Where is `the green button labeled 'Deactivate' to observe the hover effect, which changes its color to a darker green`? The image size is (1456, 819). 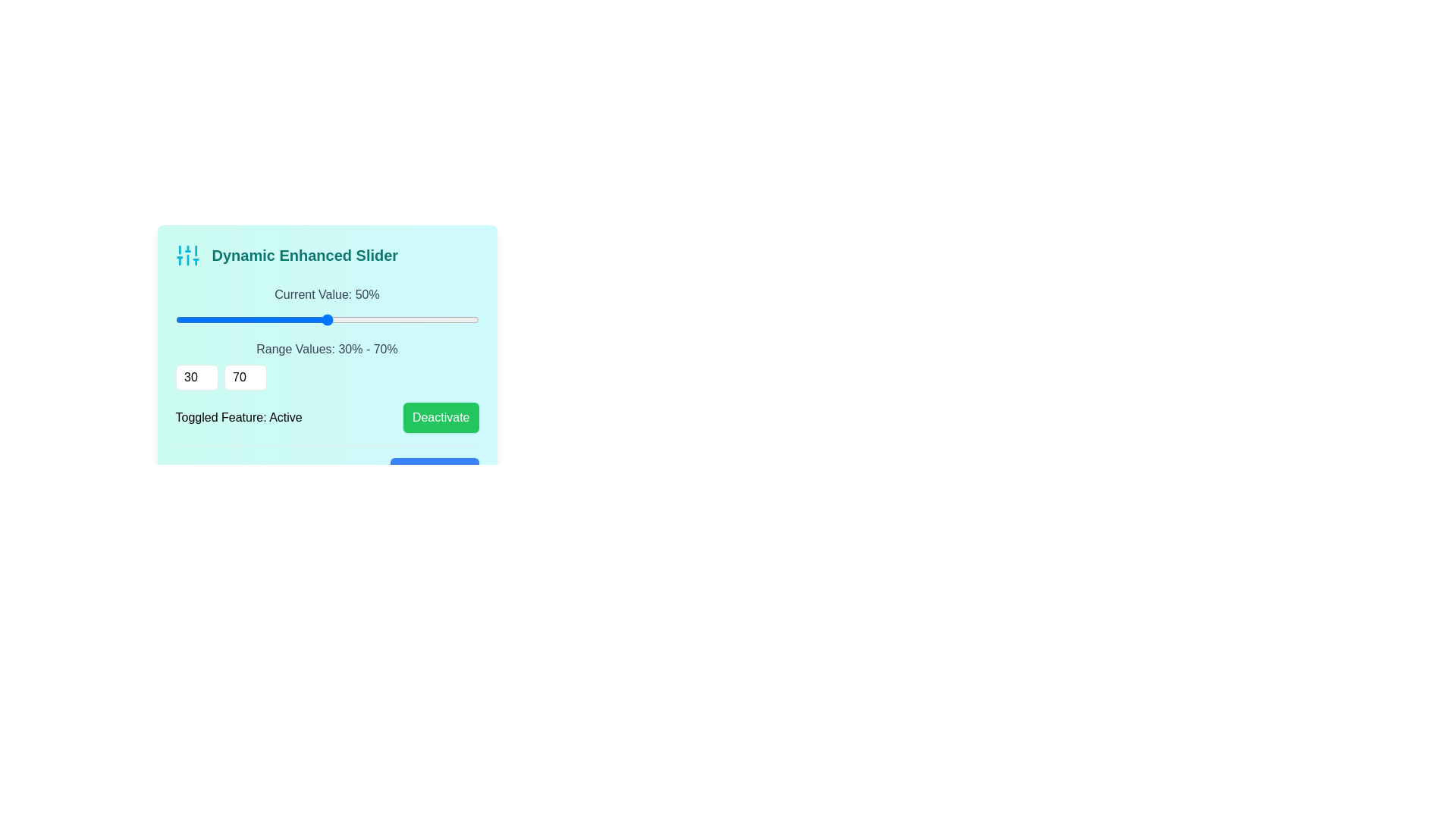
the green button labeled 'Deactivate' to observe the hover effect, which changes its color to a darker green is located at coordinates (440, 418).